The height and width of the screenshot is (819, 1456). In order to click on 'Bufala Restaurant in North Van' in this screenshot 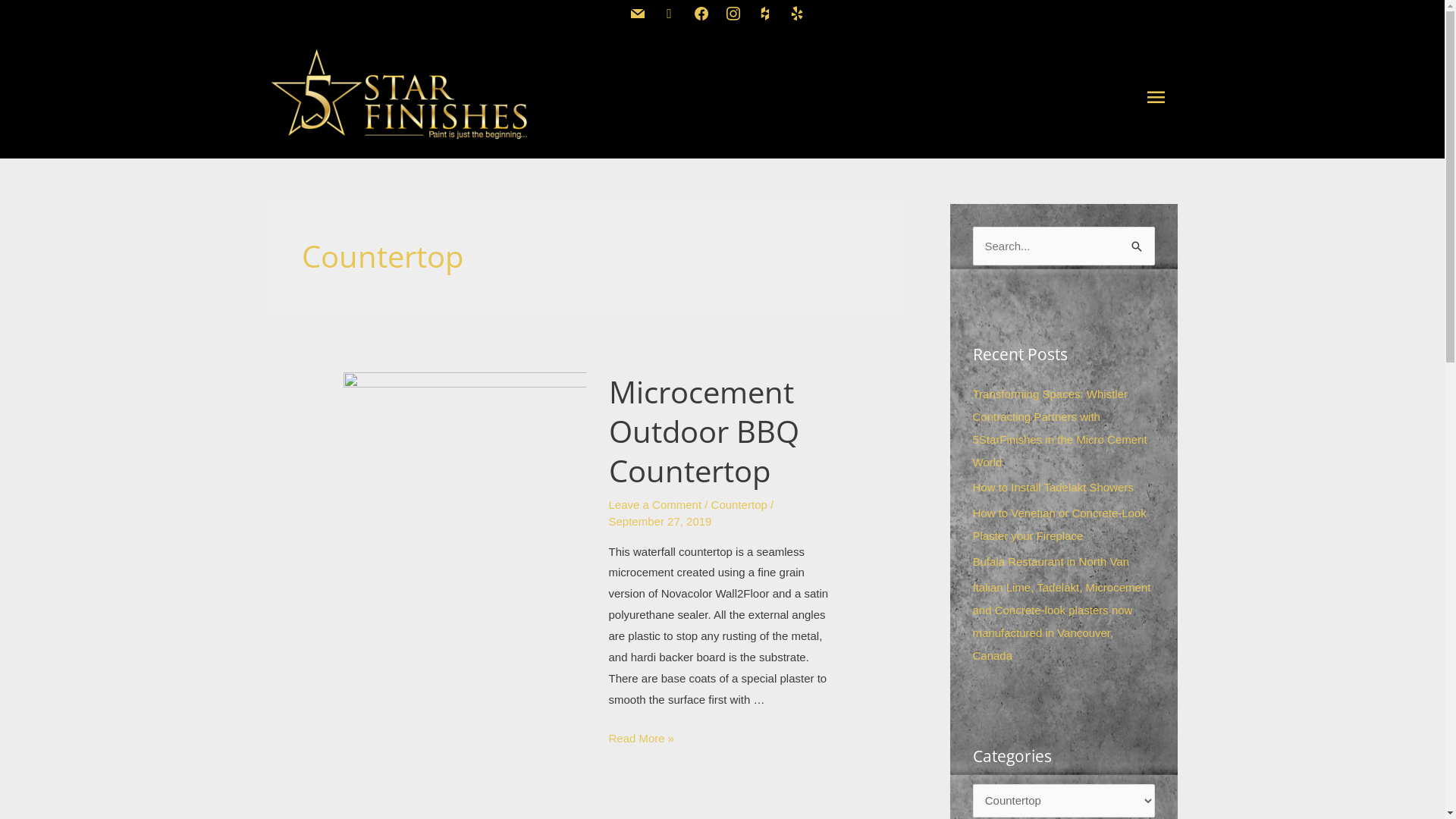, I will do `click(971, 561)`.